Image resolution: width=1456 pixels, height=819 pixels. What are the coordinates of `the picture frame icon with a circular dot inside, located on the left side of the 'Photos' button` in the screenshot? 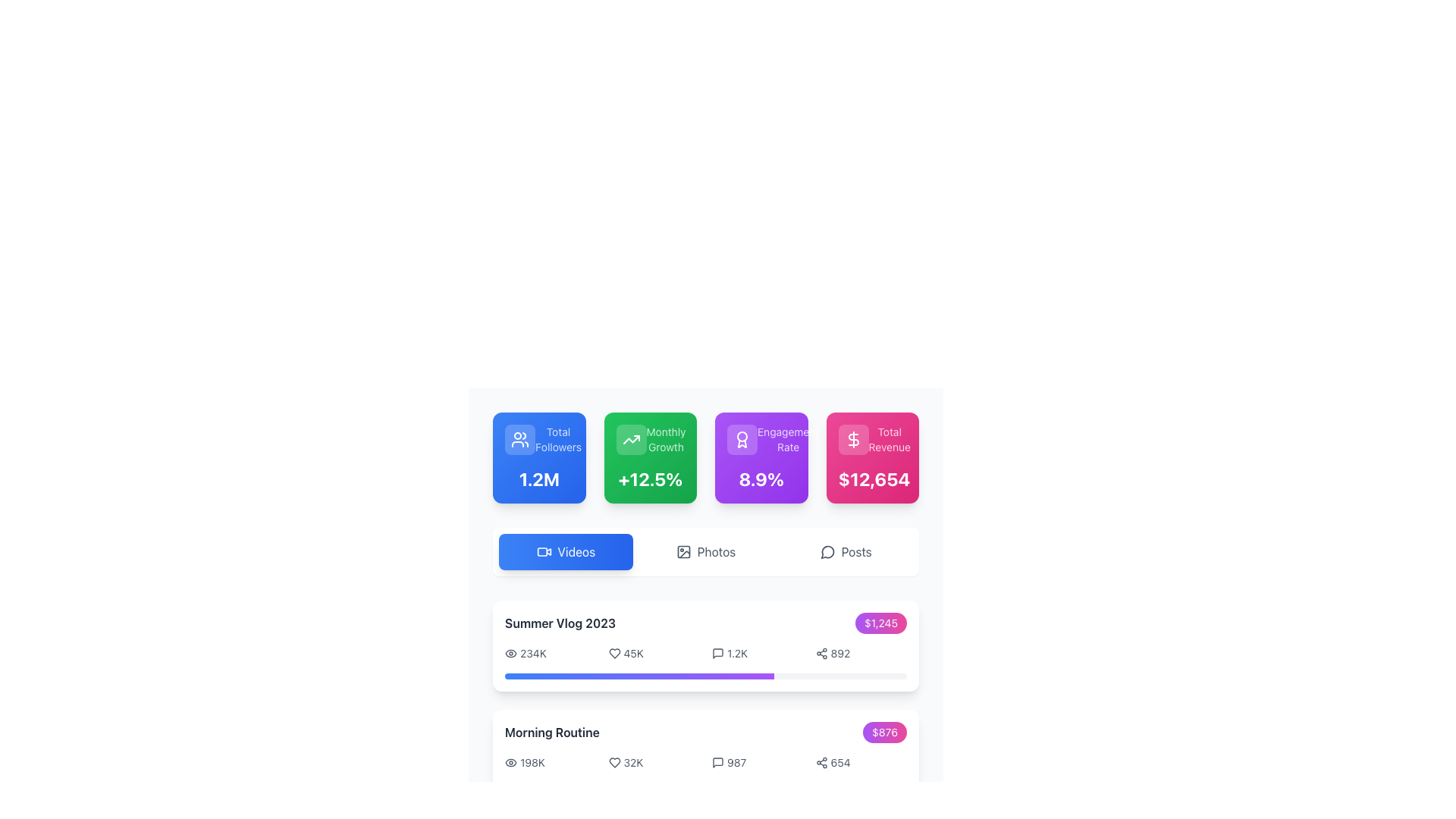 It's located at (682, 552).